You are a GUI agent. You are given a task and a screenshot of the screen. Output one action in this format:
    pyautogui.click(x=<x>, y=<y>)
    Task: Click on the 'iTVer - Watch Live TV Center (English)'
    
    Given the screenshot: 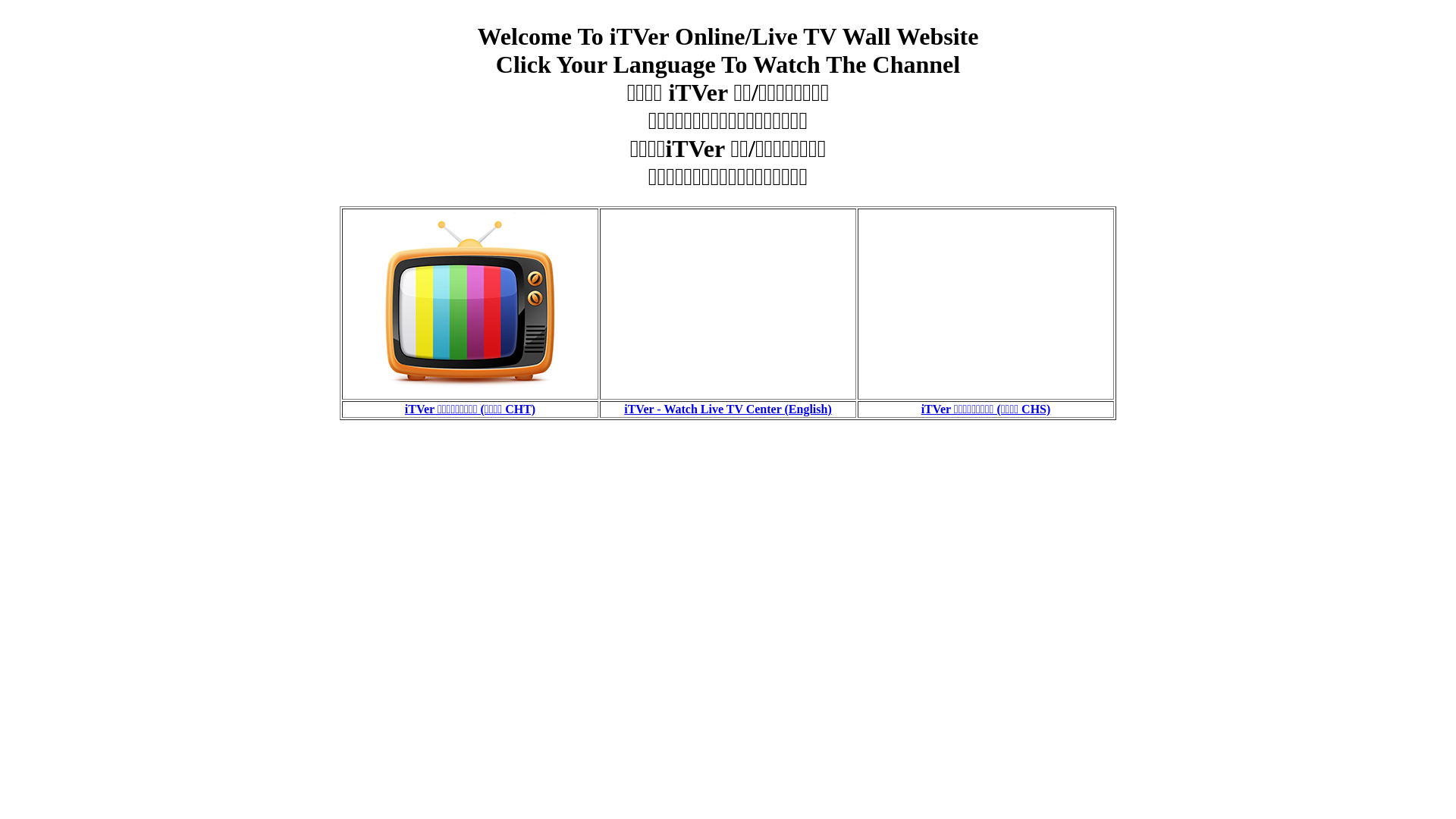 What is the action you would take?
    pyautogui.click(x=728, y=408)
    